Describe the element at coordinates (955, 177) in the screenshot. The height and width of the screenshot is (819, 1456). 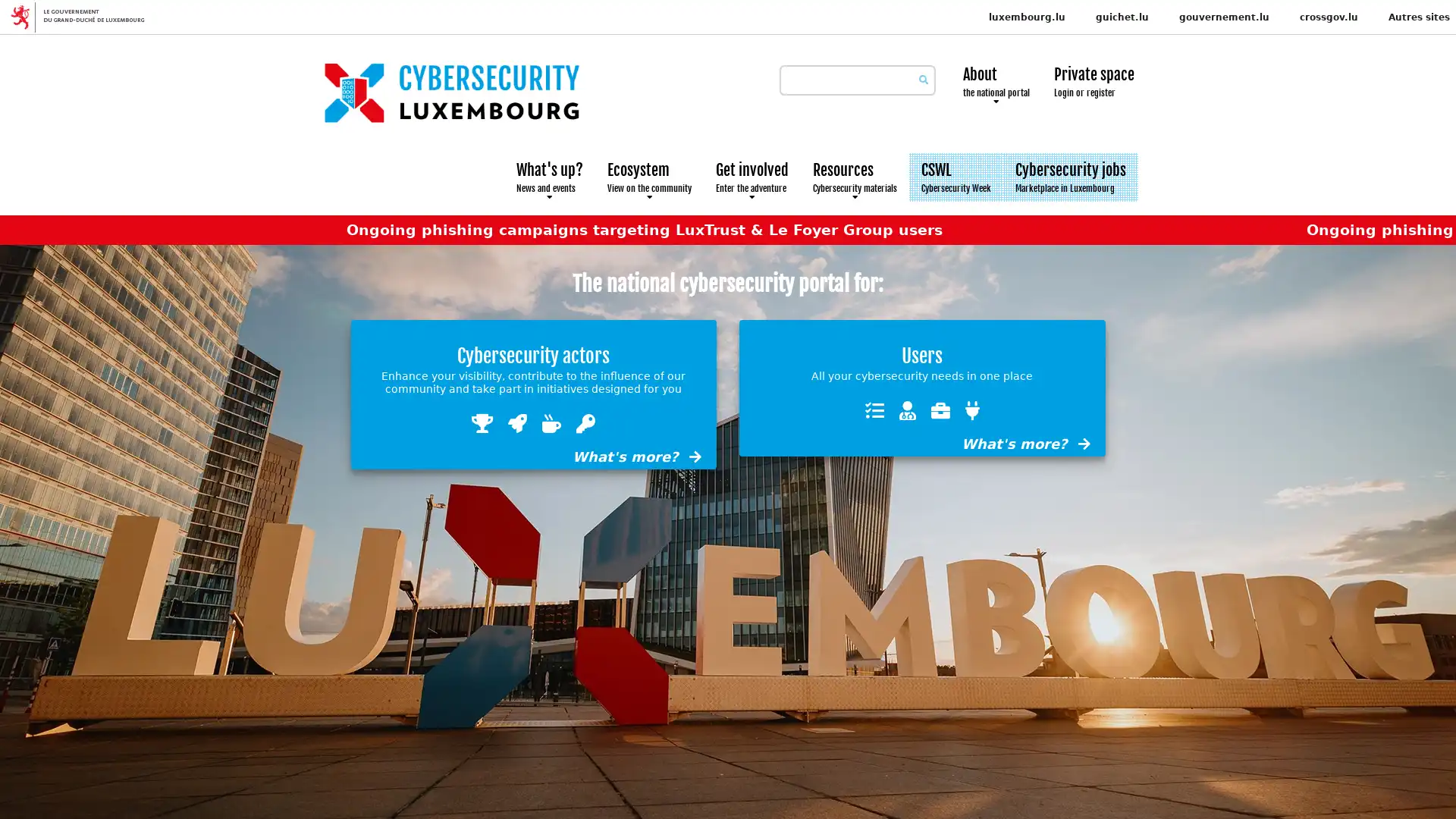
I see `CSWL Cybersecurity Week` at that location.